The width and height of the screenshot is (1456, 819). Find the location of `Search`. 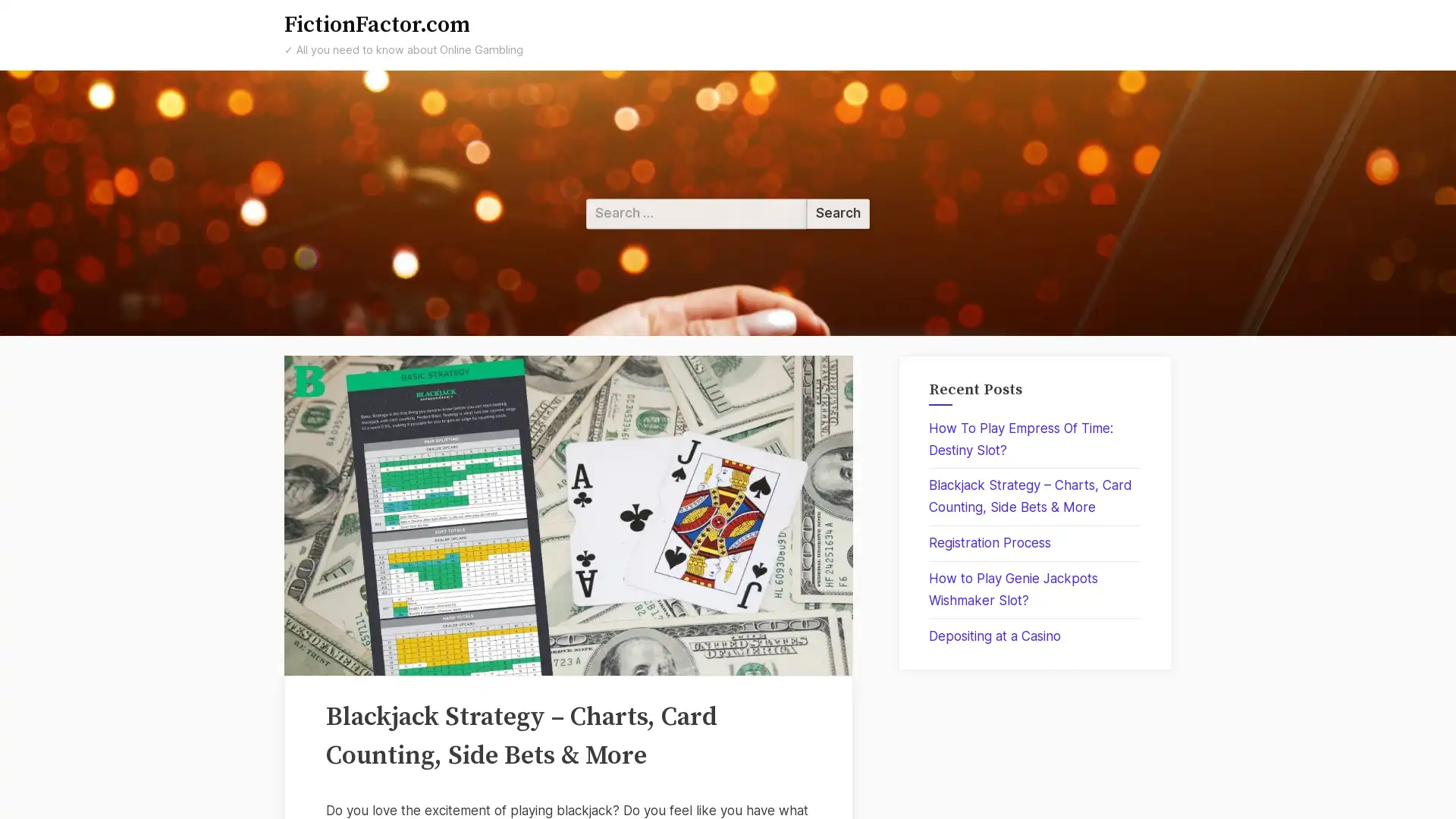

Search is located at coordinates (837, 213).